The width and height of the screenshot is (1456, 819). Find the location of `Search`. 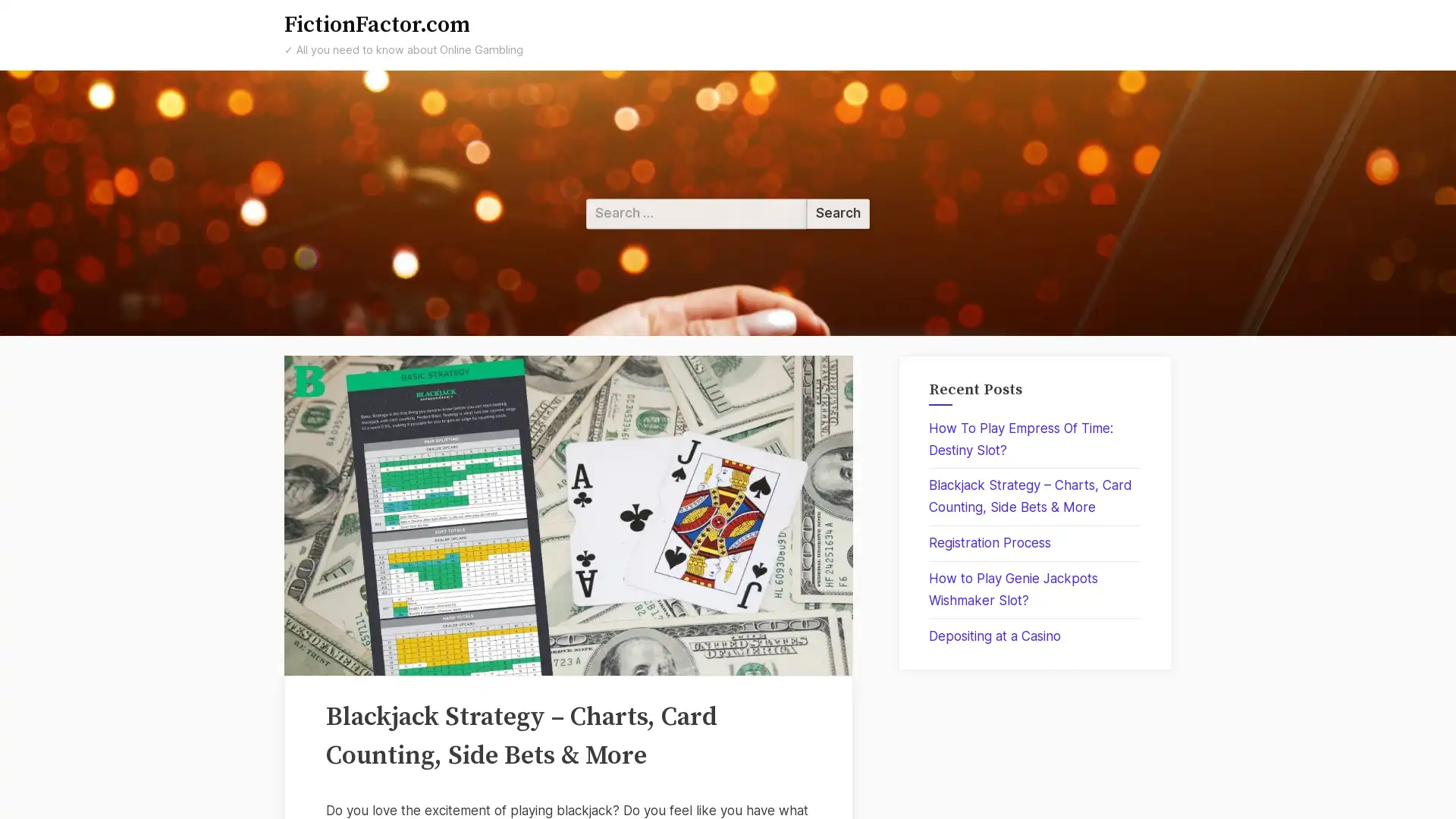

Search is located at coordinates (837, 213).